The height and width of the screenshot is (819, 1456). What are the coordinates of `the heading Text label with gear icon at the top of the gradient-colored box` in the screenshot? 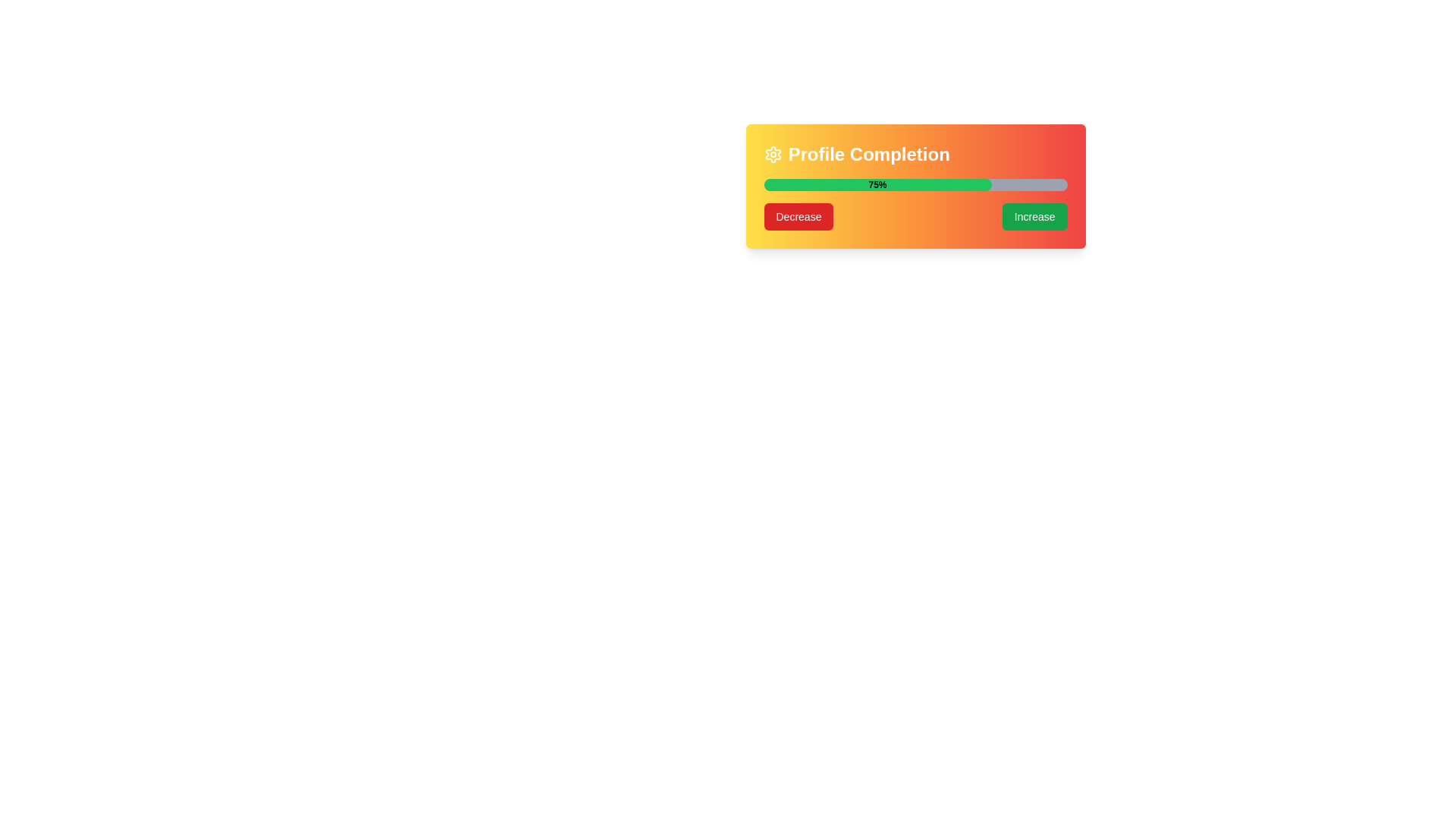 It's located at (915, 155).